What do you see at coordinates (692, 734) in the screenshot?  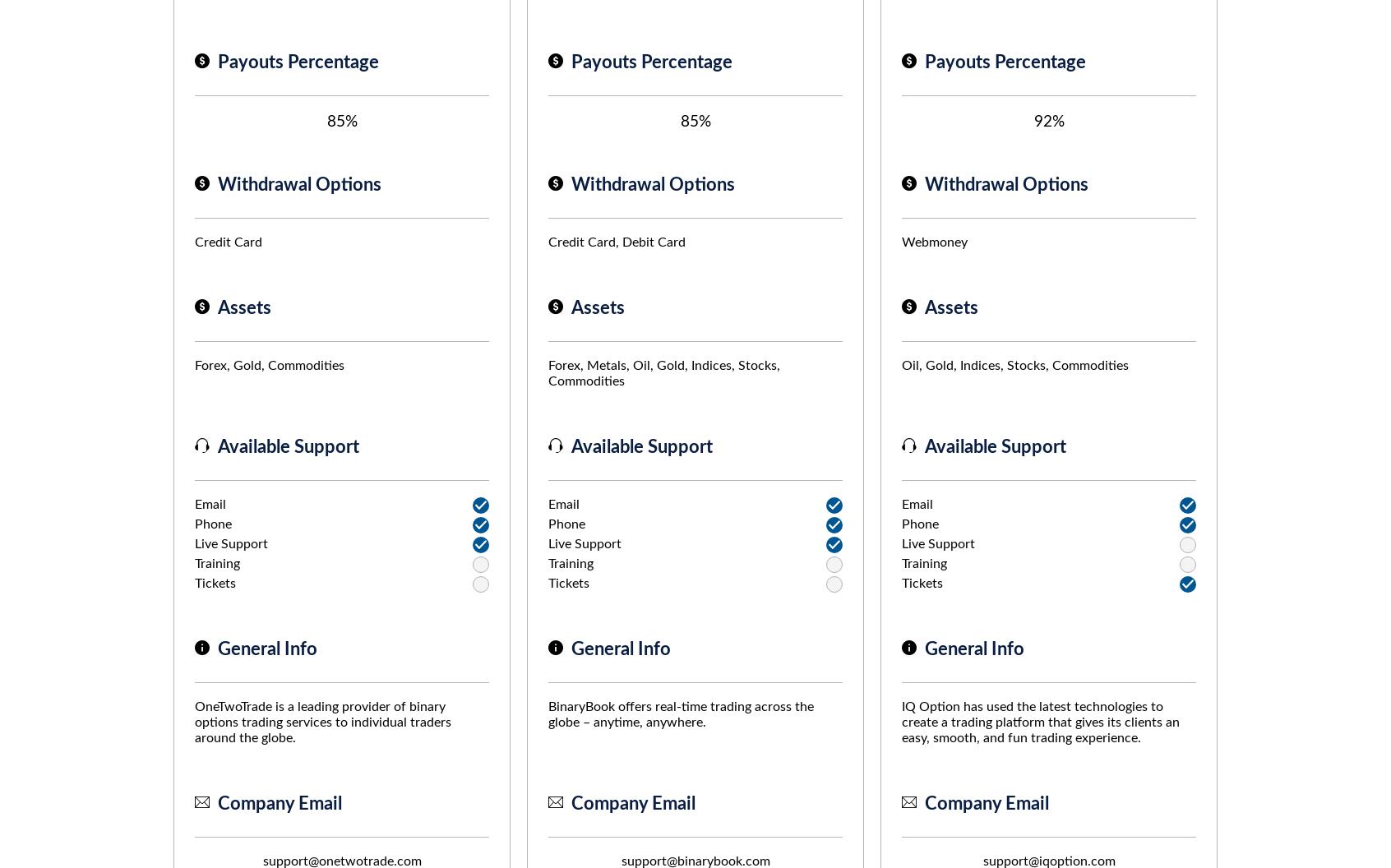 I see `'Why is FinancesOnline free?'` at bounding box center [692, 734].